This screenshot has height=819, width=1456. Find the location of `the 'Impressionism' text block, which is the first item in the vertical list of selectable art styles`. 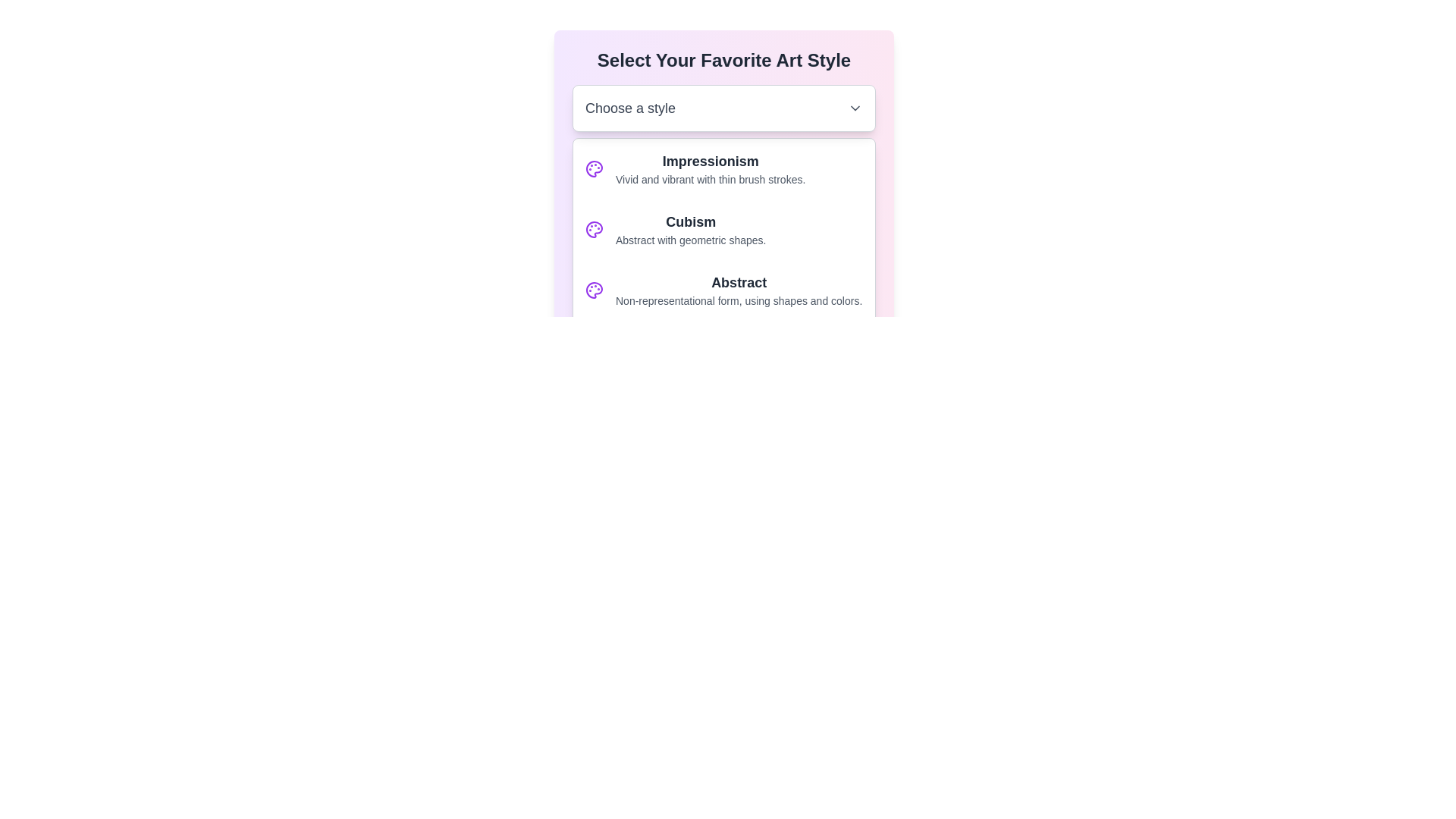

the 'Impressionism' text block, which is the first item in the vertical list of selectable art styles is located at coordinates (710, 169).